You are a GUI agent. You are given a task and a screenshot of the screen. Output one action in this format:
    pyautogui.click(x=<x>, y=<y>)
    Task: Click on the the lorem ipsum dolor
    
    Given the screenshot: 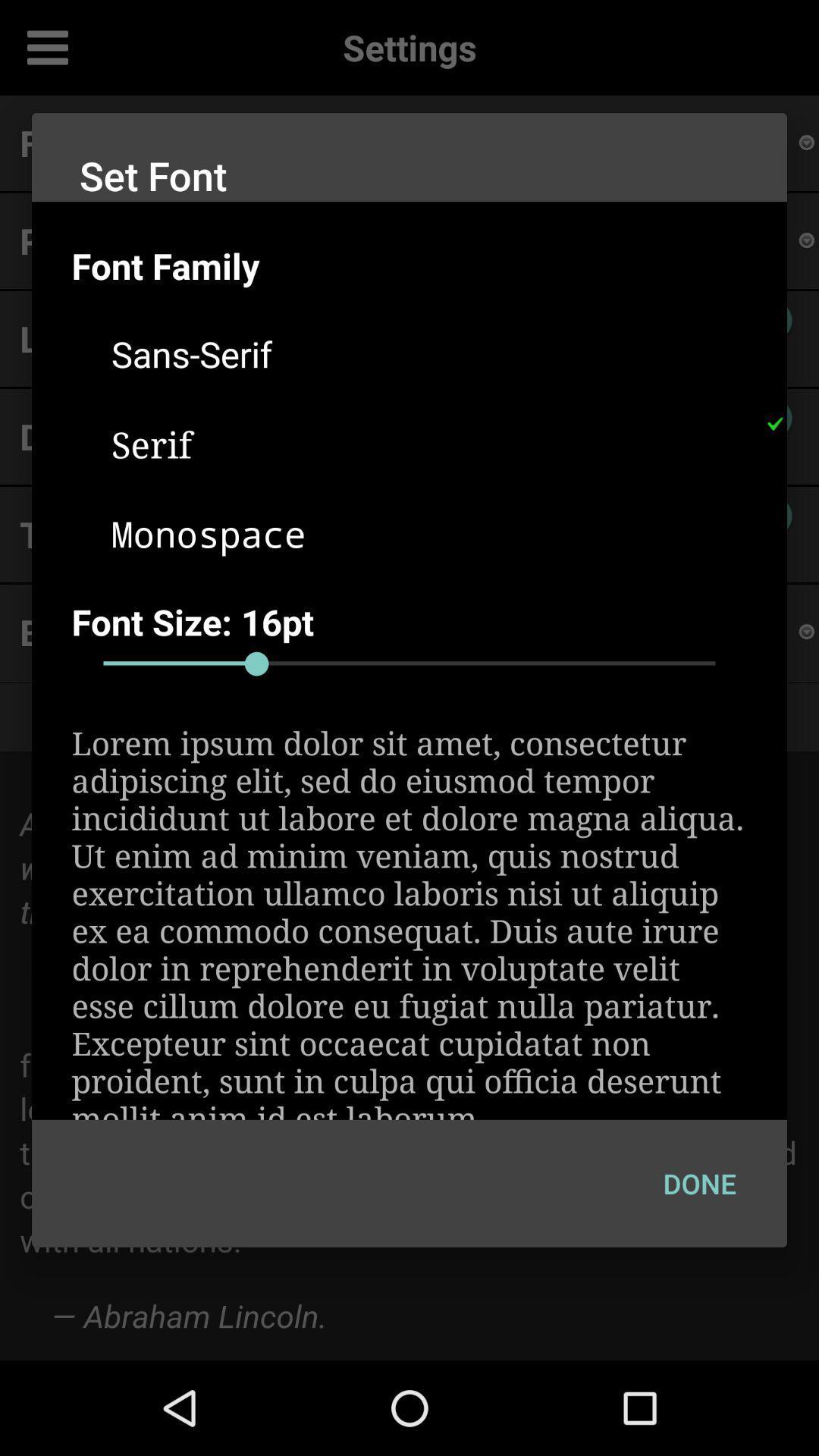 What is the action you would take?
    pyautogui.click(x=409, y=920)
    